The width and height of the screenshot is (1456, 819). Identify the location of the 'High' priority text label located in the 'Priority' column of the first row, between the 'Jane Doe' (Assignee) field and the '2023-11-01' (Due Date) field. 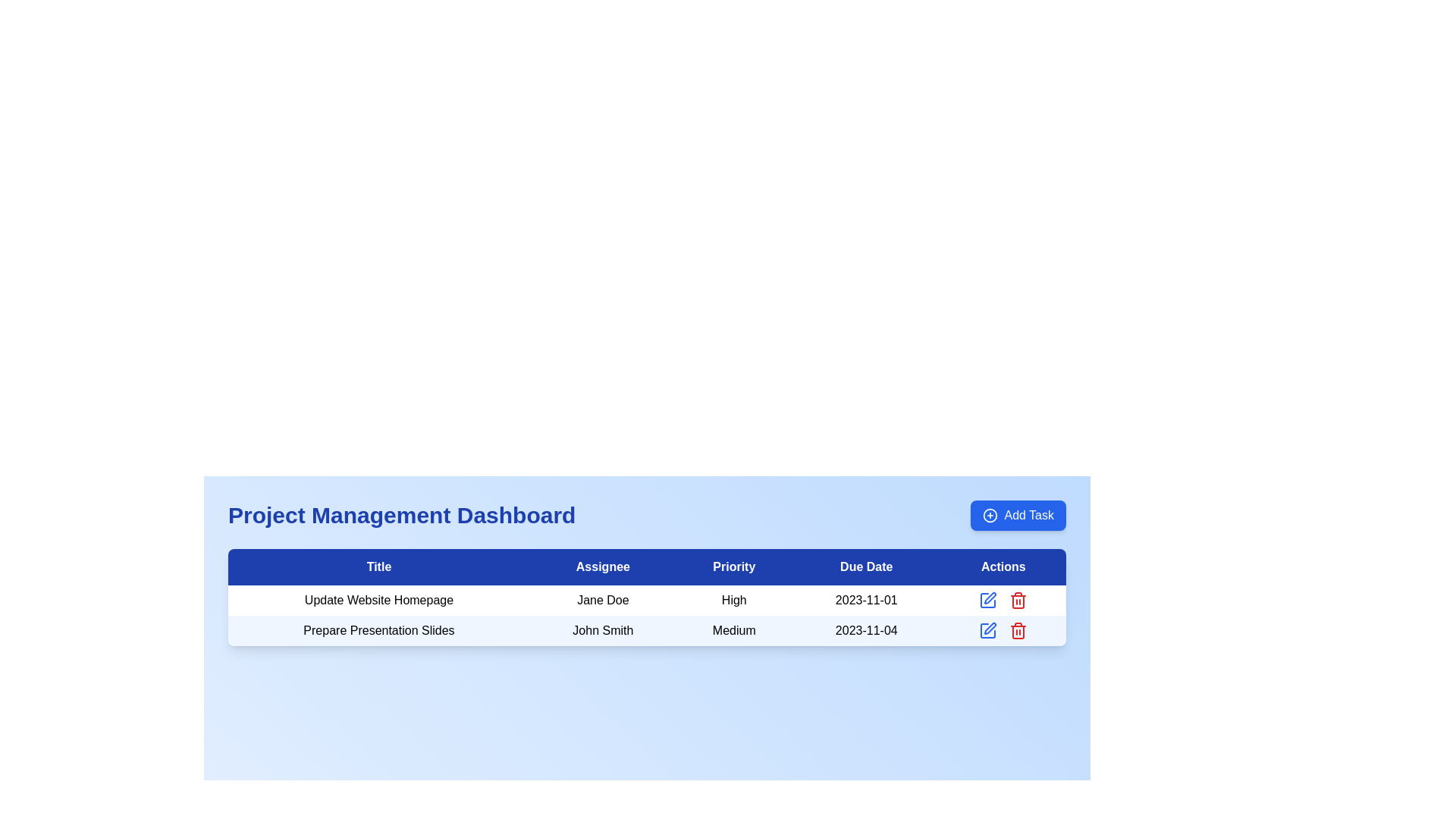
(734, 599).